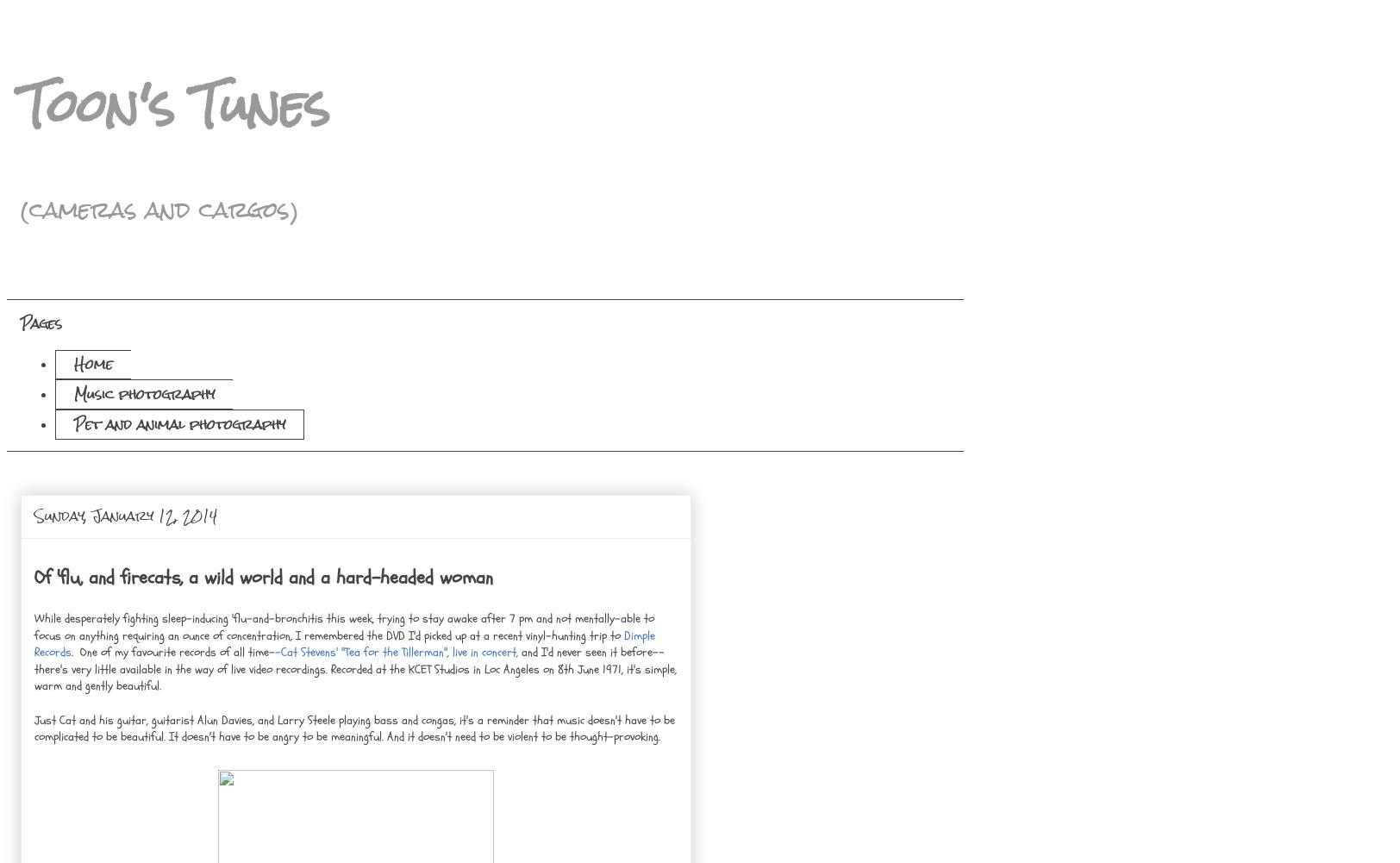  I want to click on 'Just Cat and his guitar, guitarist Alun Davies, and Larry Steele playing bass and congas, it's a reminder that music doesn't have to be complicated to be beautiful. It doesn't have to be angry to be meaningful. And it doesn't need to be violent to be thought-provoking.', so click(354, 727).